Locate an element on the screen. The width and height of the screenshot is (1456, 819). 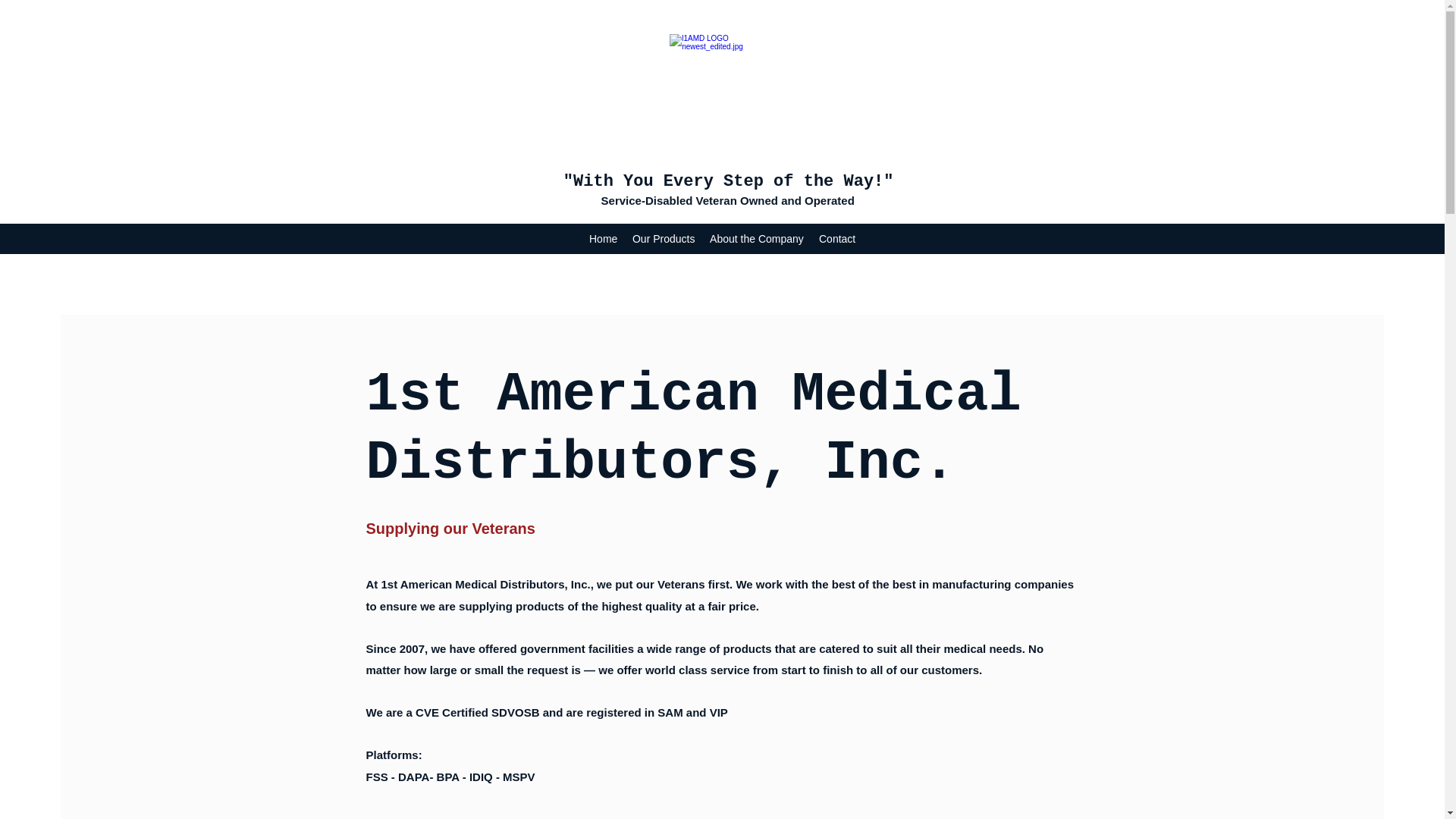
'About the Company' is located at coordinates (701, 239).